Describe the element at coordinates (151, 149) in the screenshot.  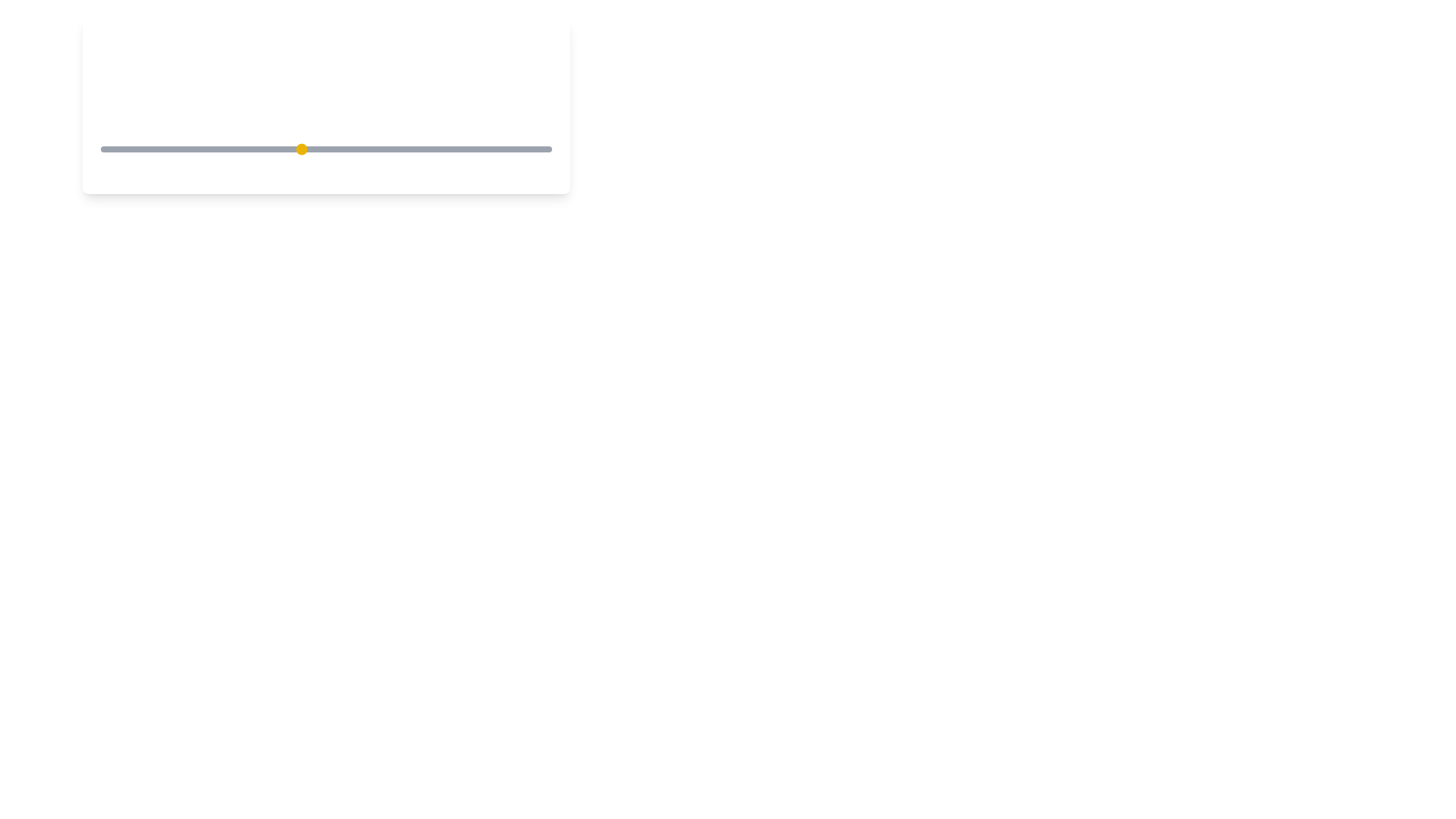
I see `the coffee strength to 2 by moving the slider` at that location.